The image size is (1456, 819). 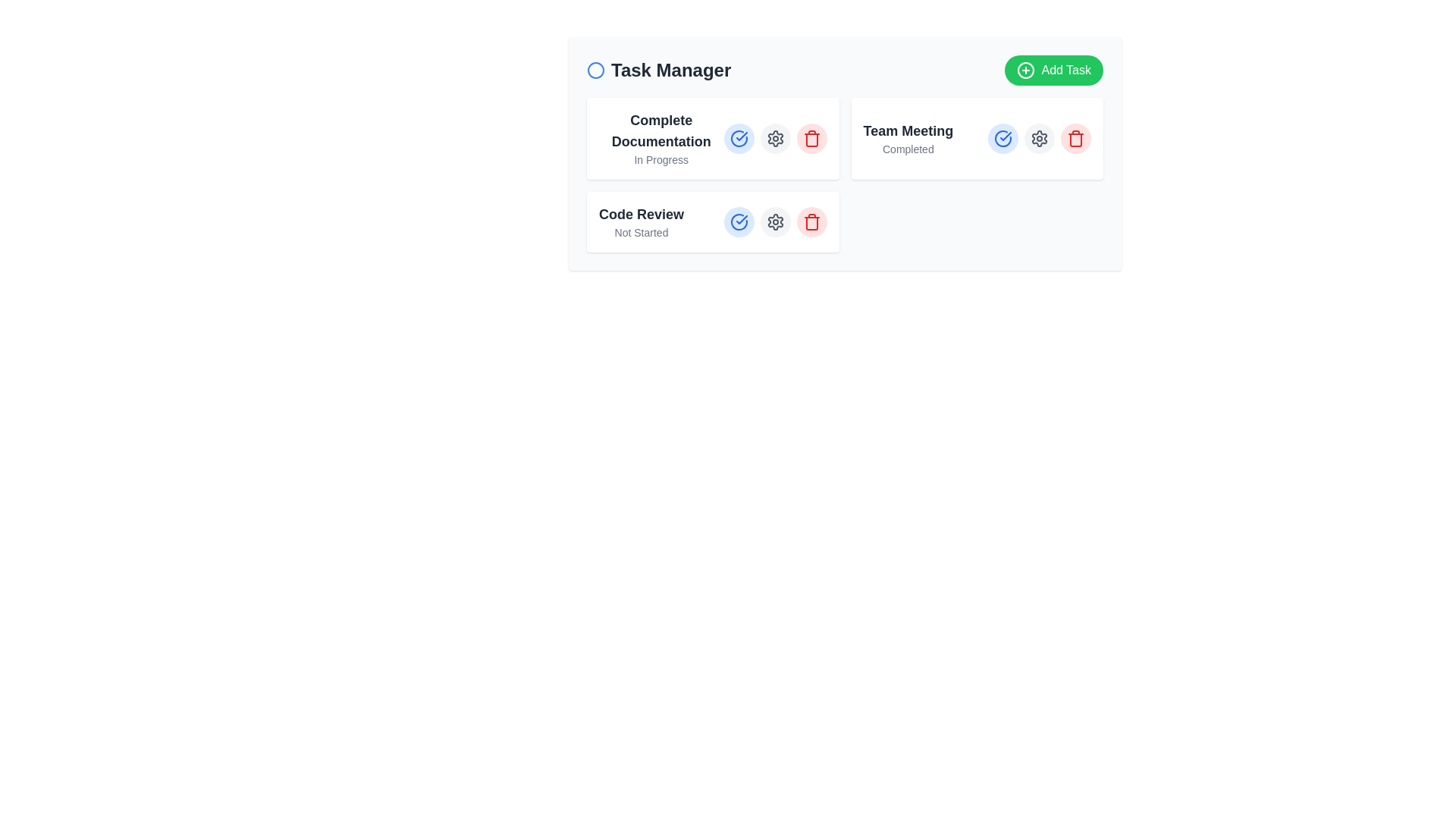 I want to click on the trash icon button outlined in red, located in the second row under 'Code Review', so click(x=811, y=138).